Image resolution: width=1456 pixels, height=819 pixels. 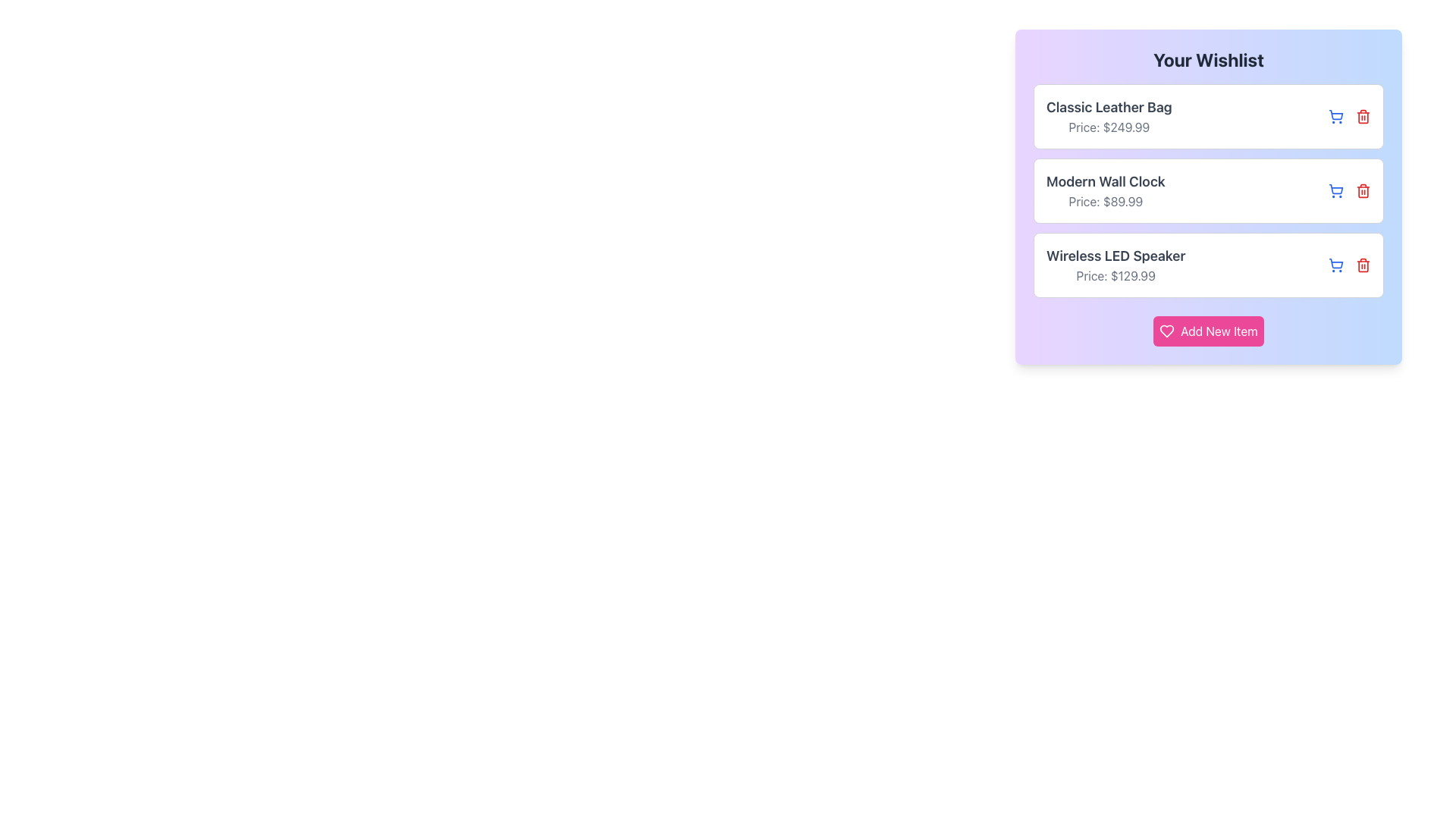 What do you see at coordinates (1106, 190) in the screenshot?
I see `the text element displaying the name and price of an item in the second card of the 'Your Wishlist' section` at bounding box center [1106, 190].